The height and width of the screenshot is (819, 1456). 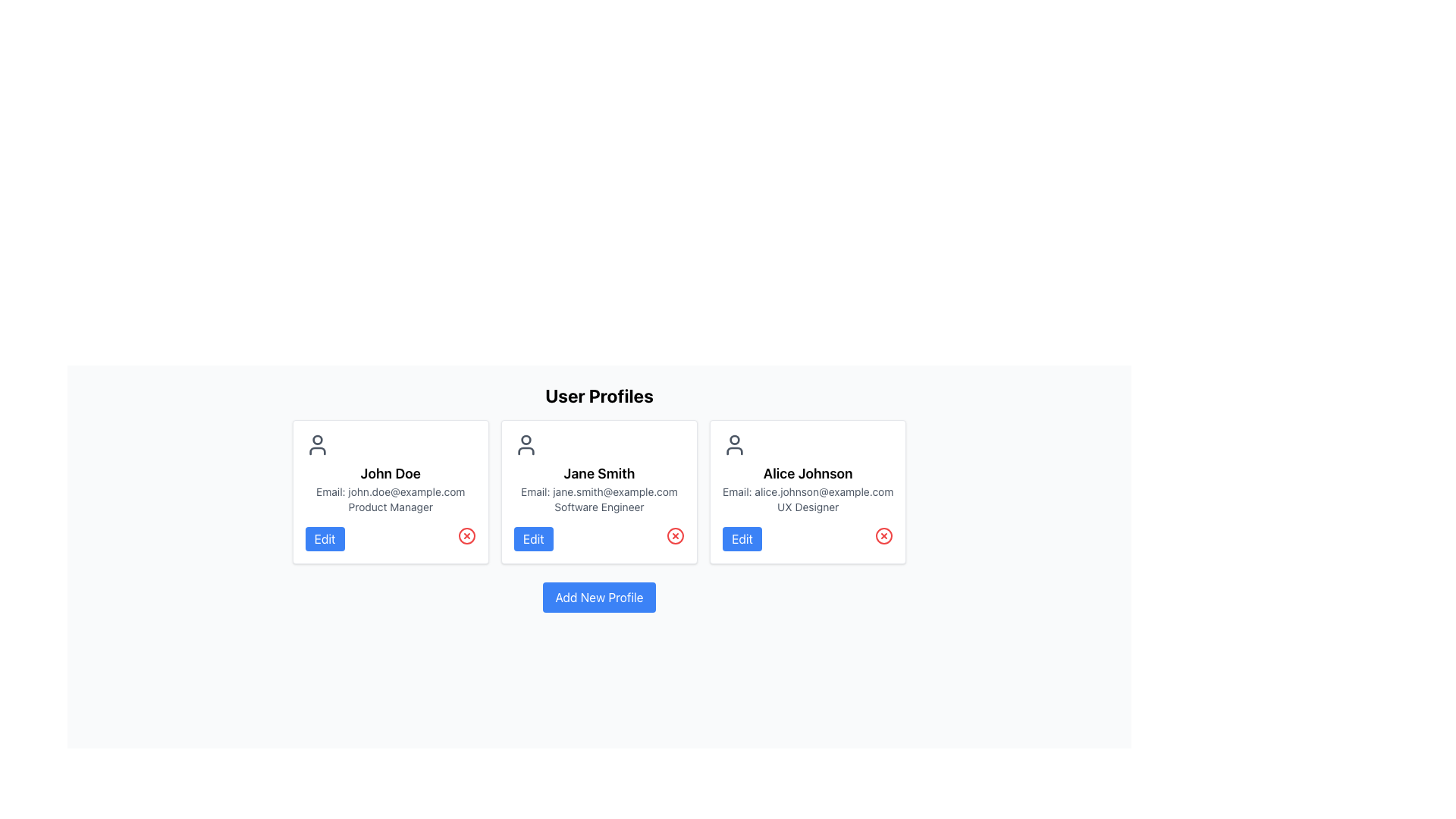 What do you see at coordinates (598, 596) in the screenshot?
I see `the blue rectangular button with rounded corners that has the text 'Add New Profile'` at bounding box center [598, 596].